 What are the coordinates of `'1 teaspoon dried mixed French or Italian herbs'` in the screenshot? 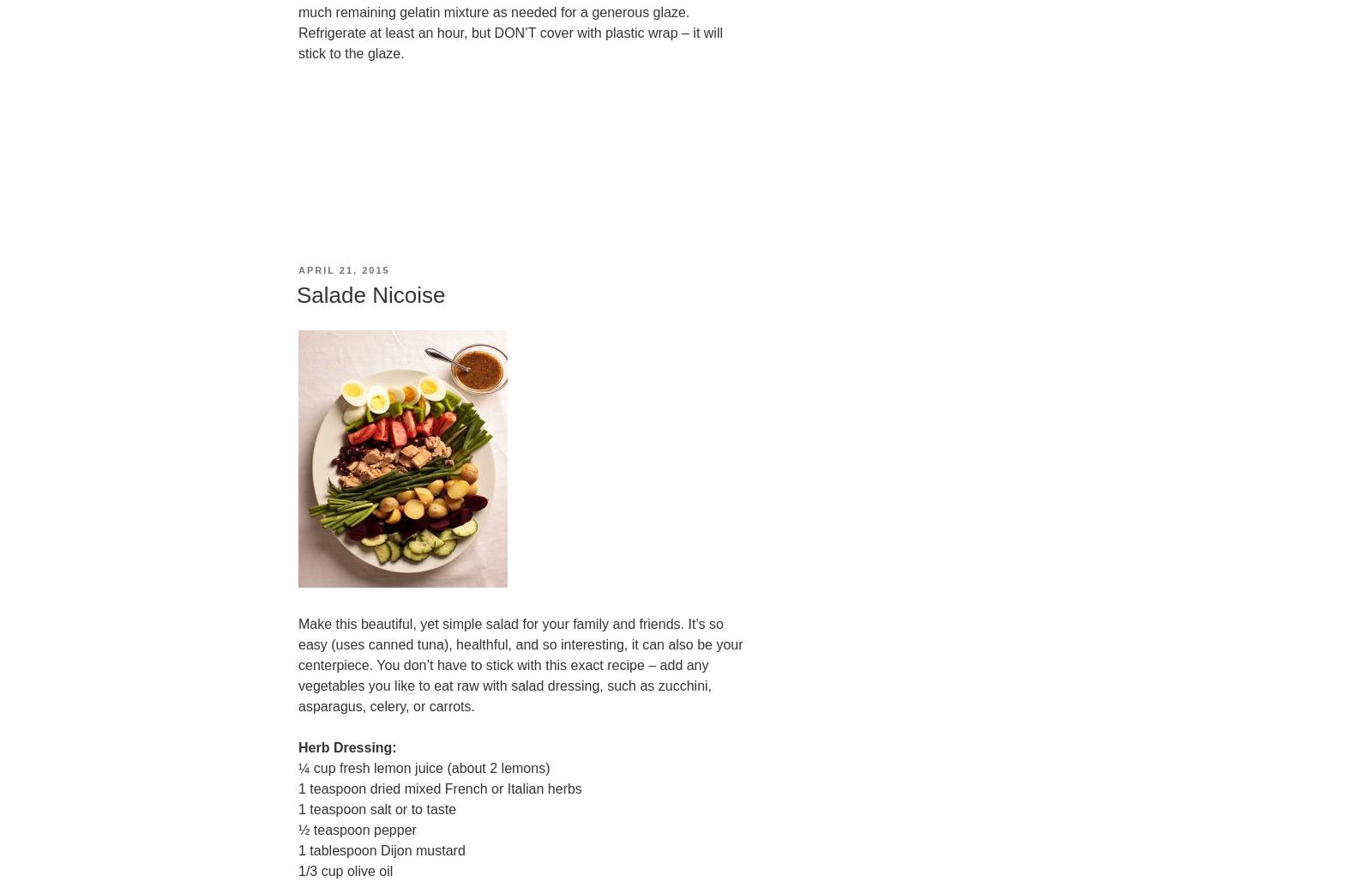 It's located at (438, 788).